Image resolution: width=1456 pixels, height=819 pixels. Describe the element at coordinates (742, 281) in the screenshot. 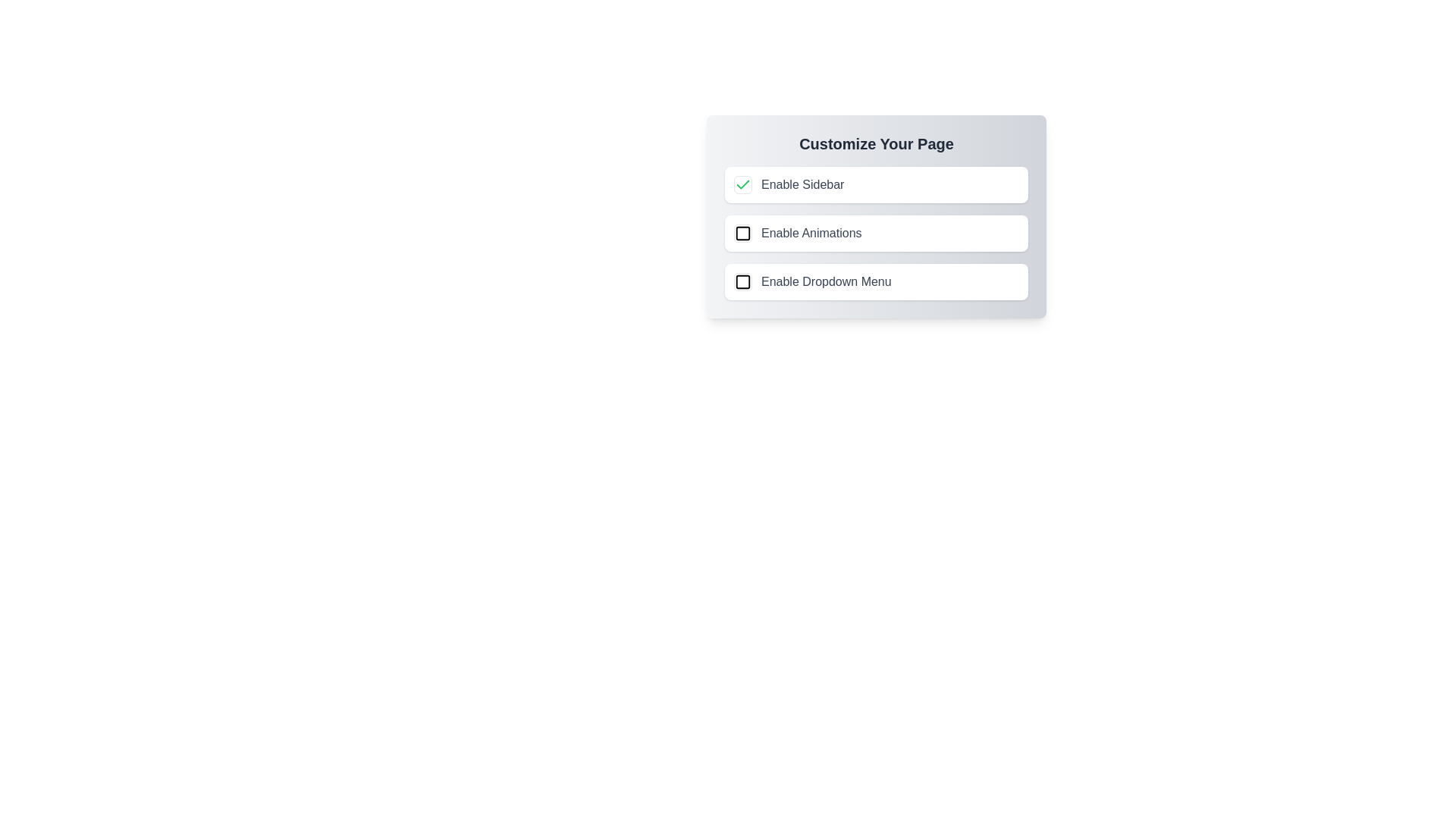

I see `the square-shaped checkbox labeled 'Enable Dropdown Menu'` at that location.